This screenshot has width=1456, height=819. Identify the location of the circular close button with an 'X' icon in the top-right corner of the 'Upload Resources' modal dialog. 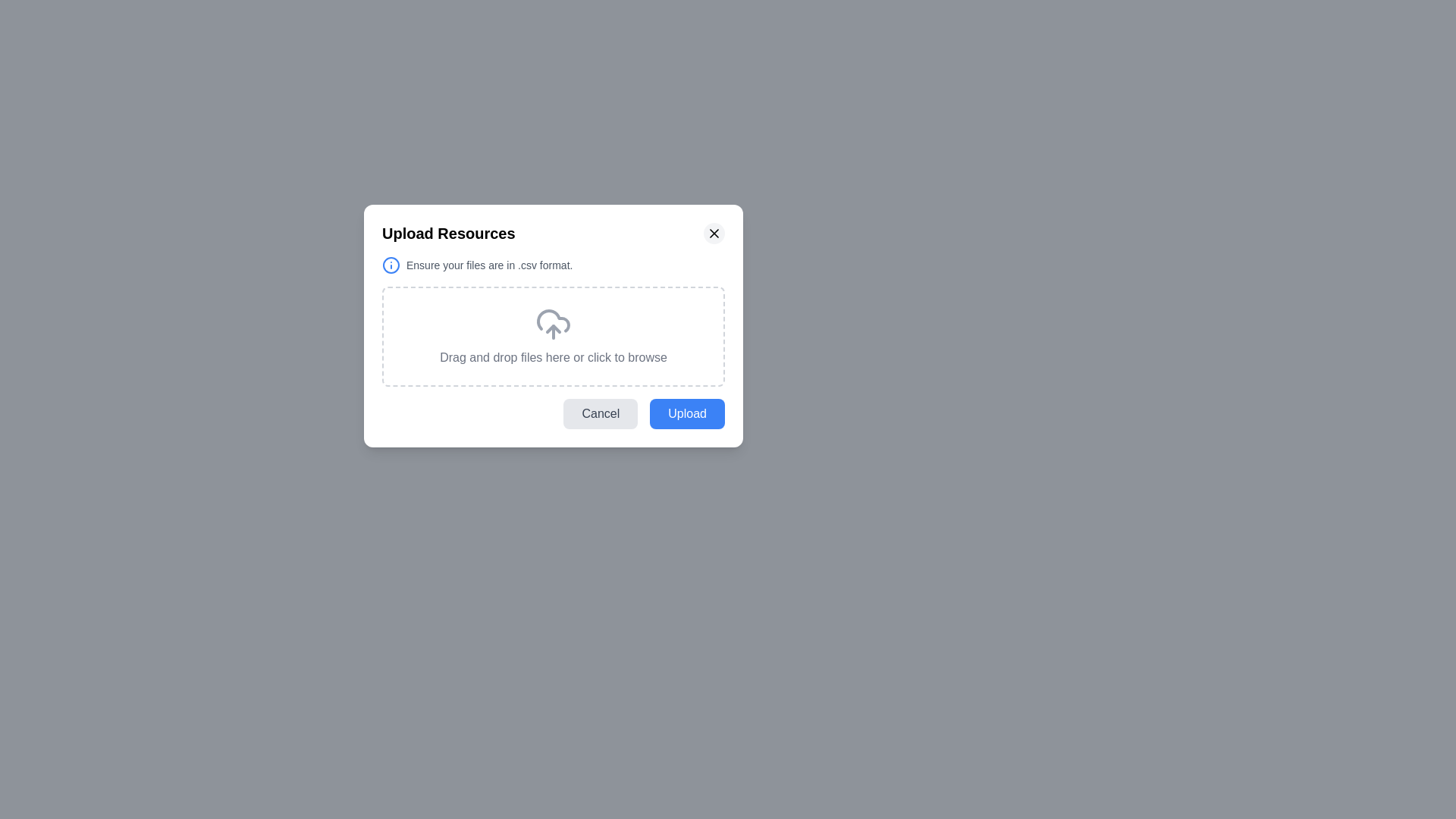
(713, 234).